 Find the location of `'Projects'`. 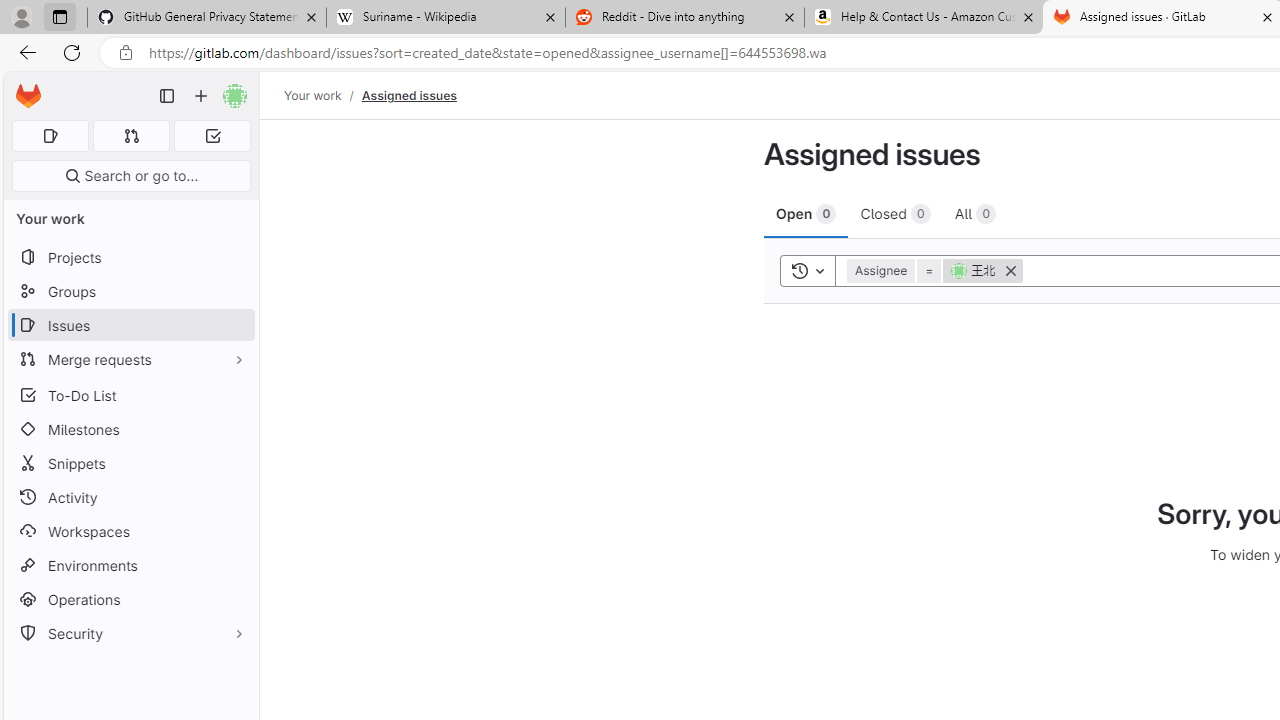

'Projects' is located at coordinates (130, 256).